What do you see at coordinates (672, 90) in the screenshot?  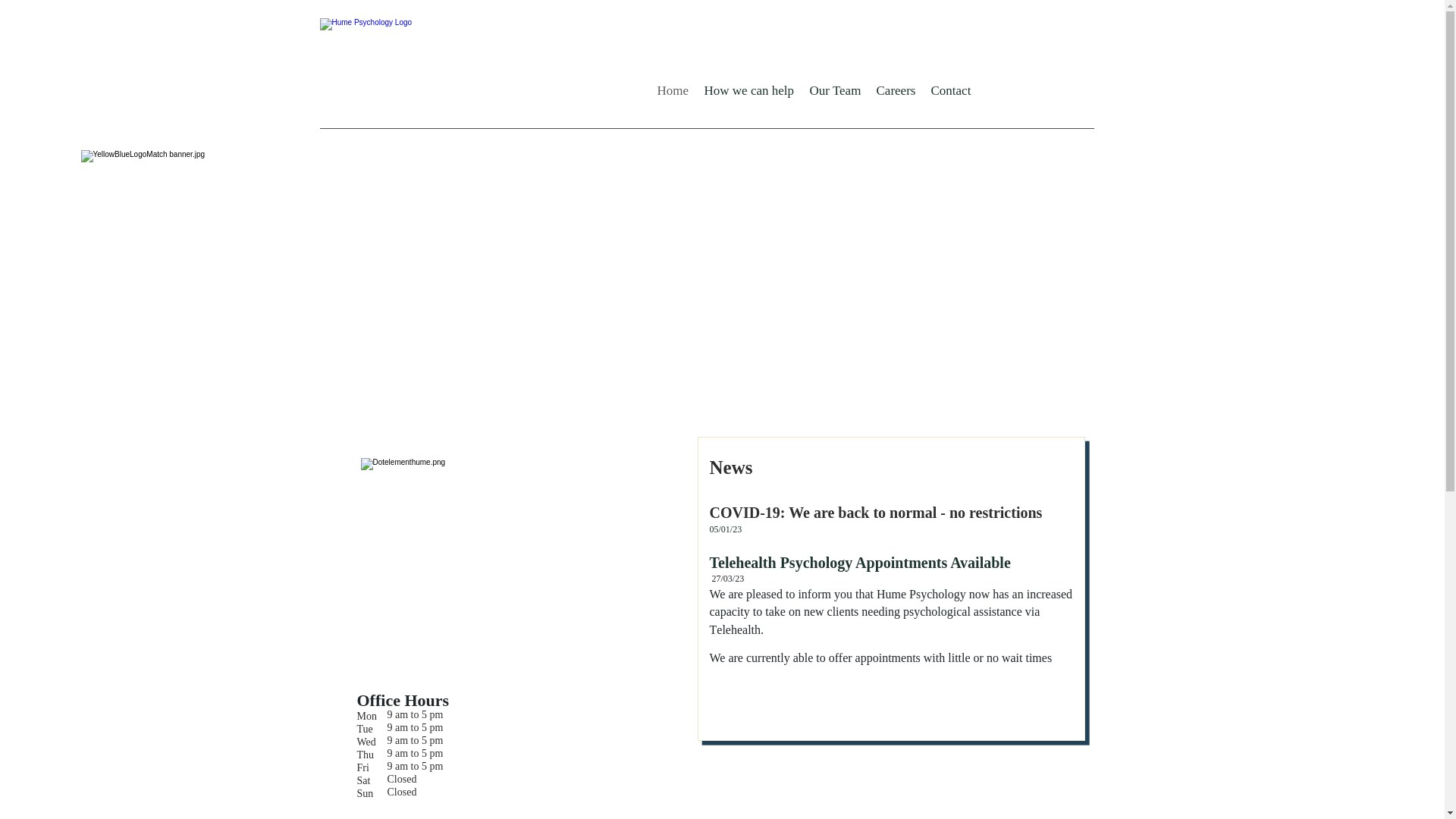 I see `'Home'` at bounding box center [672, 90].